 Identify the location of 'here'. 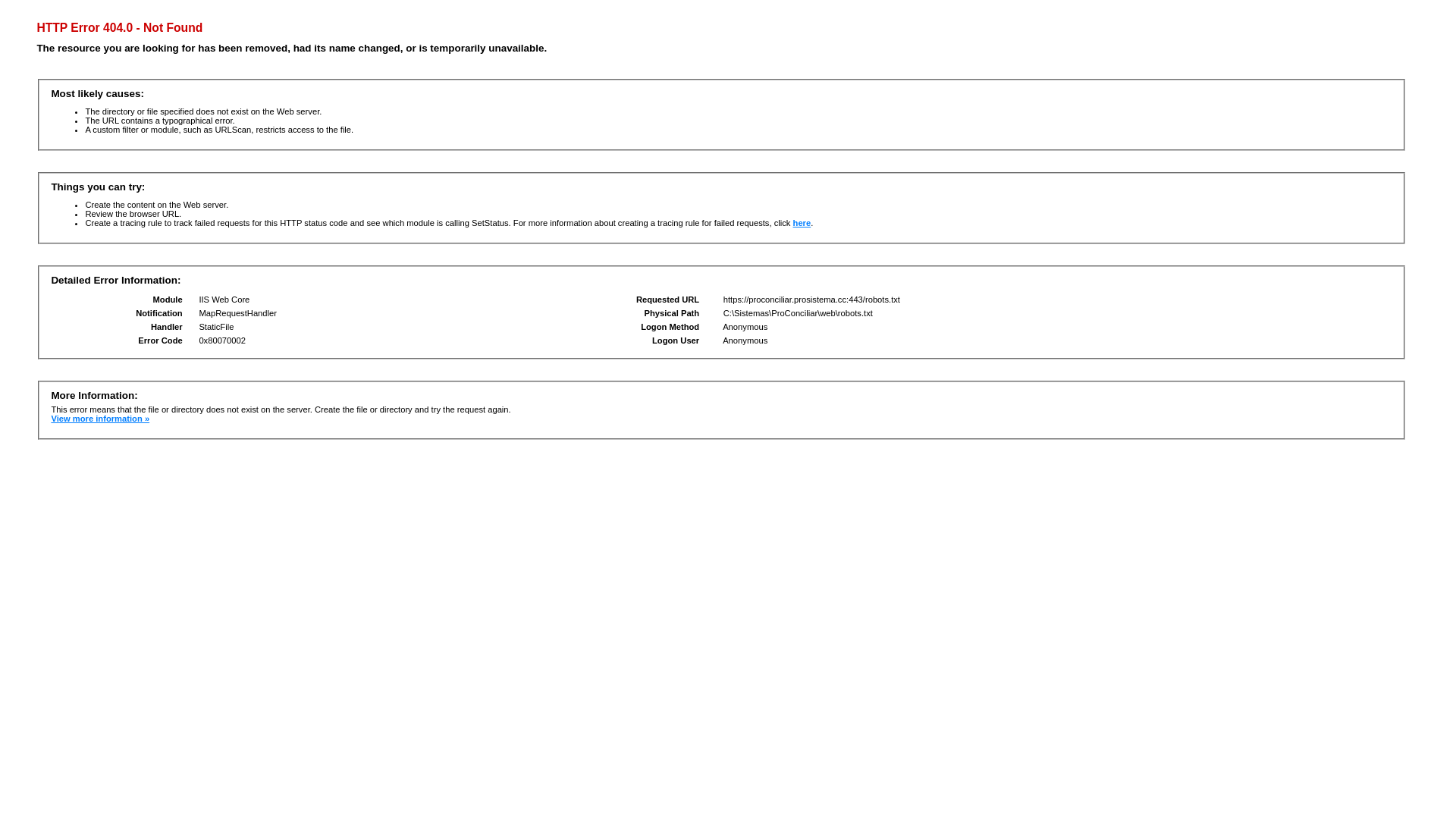
(801, 222).